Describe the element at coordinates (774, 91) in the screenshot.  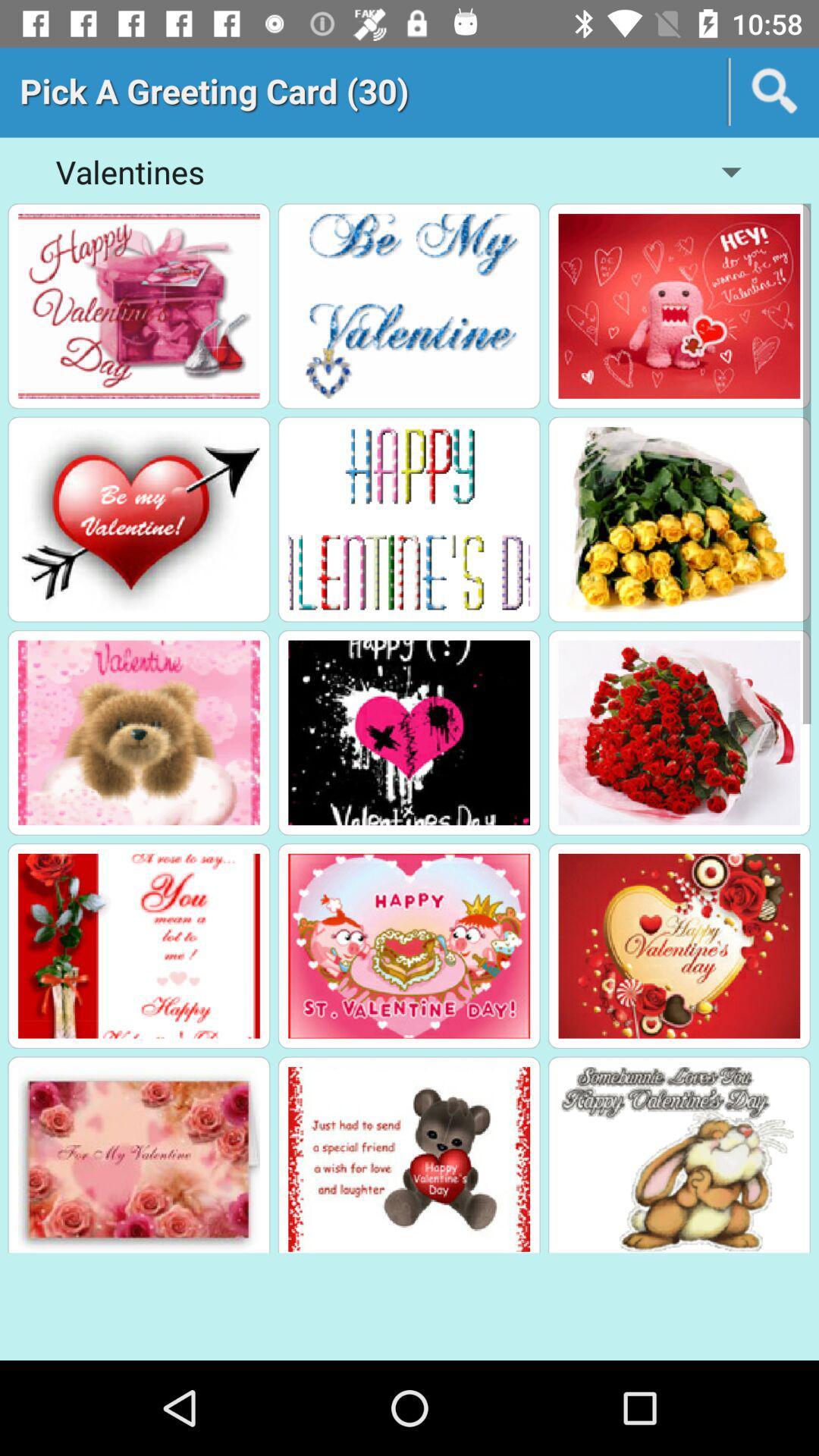
I see `the search icon` at that location.